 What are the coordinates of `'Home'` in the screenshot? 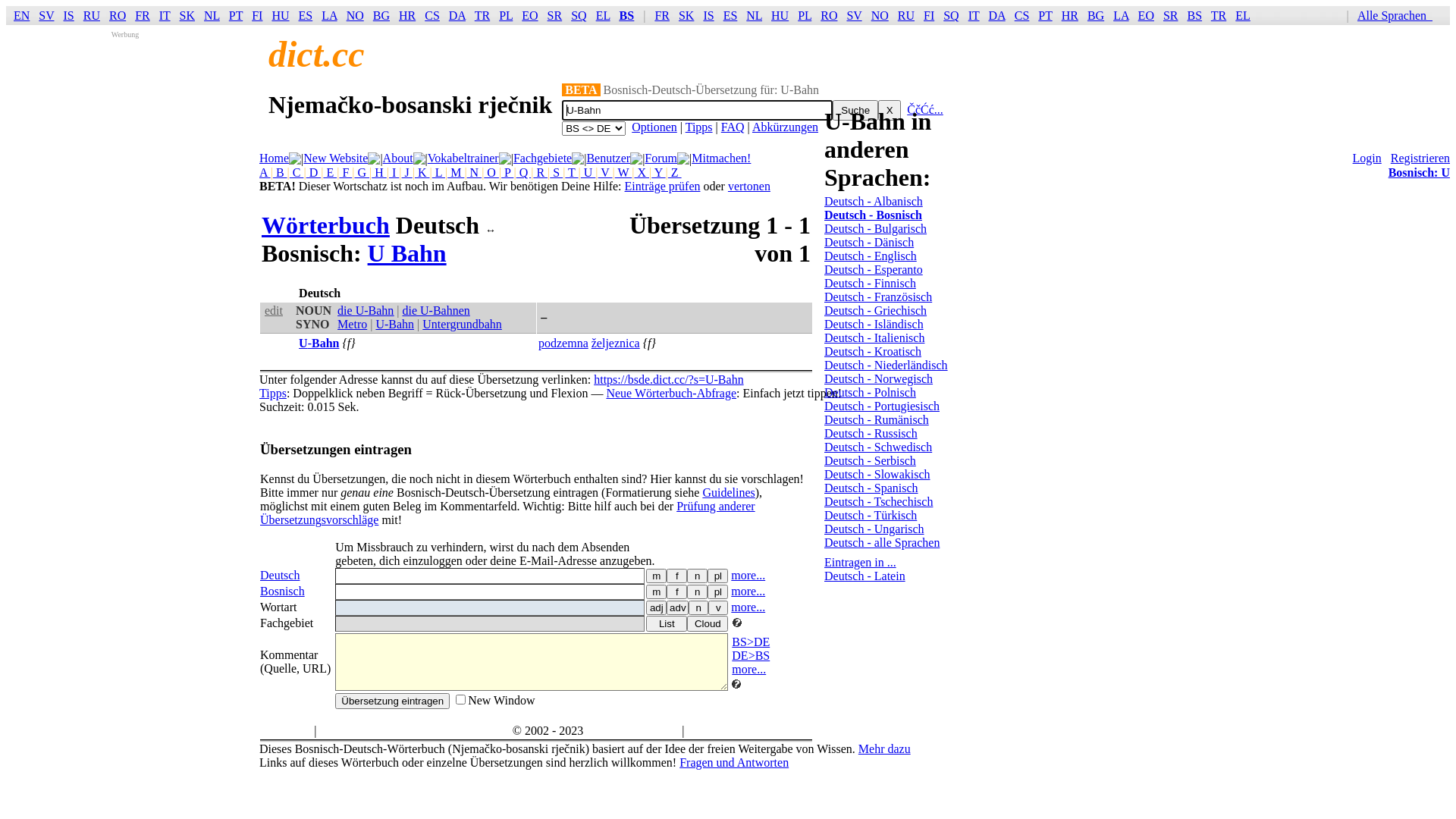 It's located at (259, 158).